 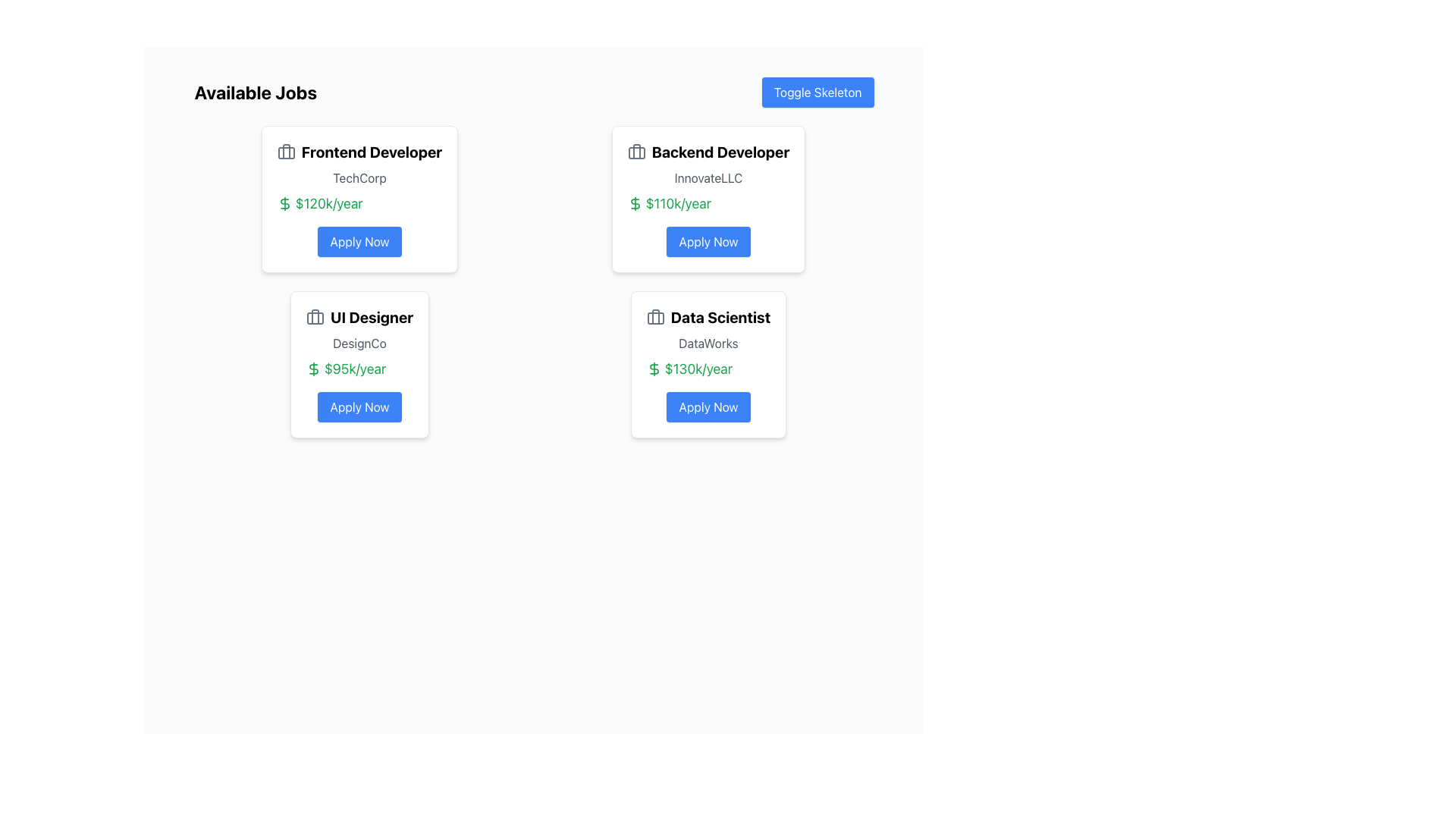 What do you see at coordinates (312, 369) in the screenshot?
I see `the curved line forming a dollar sign-like shape, which is part of the salary information icon in the UI Designer job card` at bounding box center [312, 369].